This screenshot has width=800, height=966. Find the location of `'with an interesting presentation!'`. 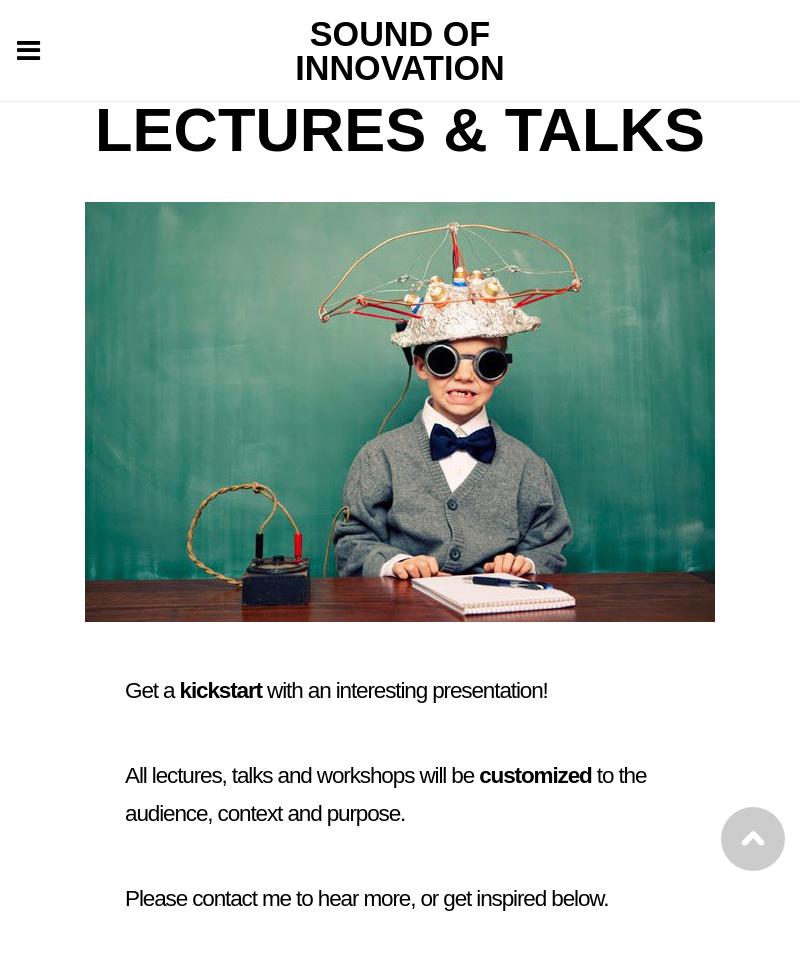

'with an interesting presentation!' is located at coordinates (404, 690).